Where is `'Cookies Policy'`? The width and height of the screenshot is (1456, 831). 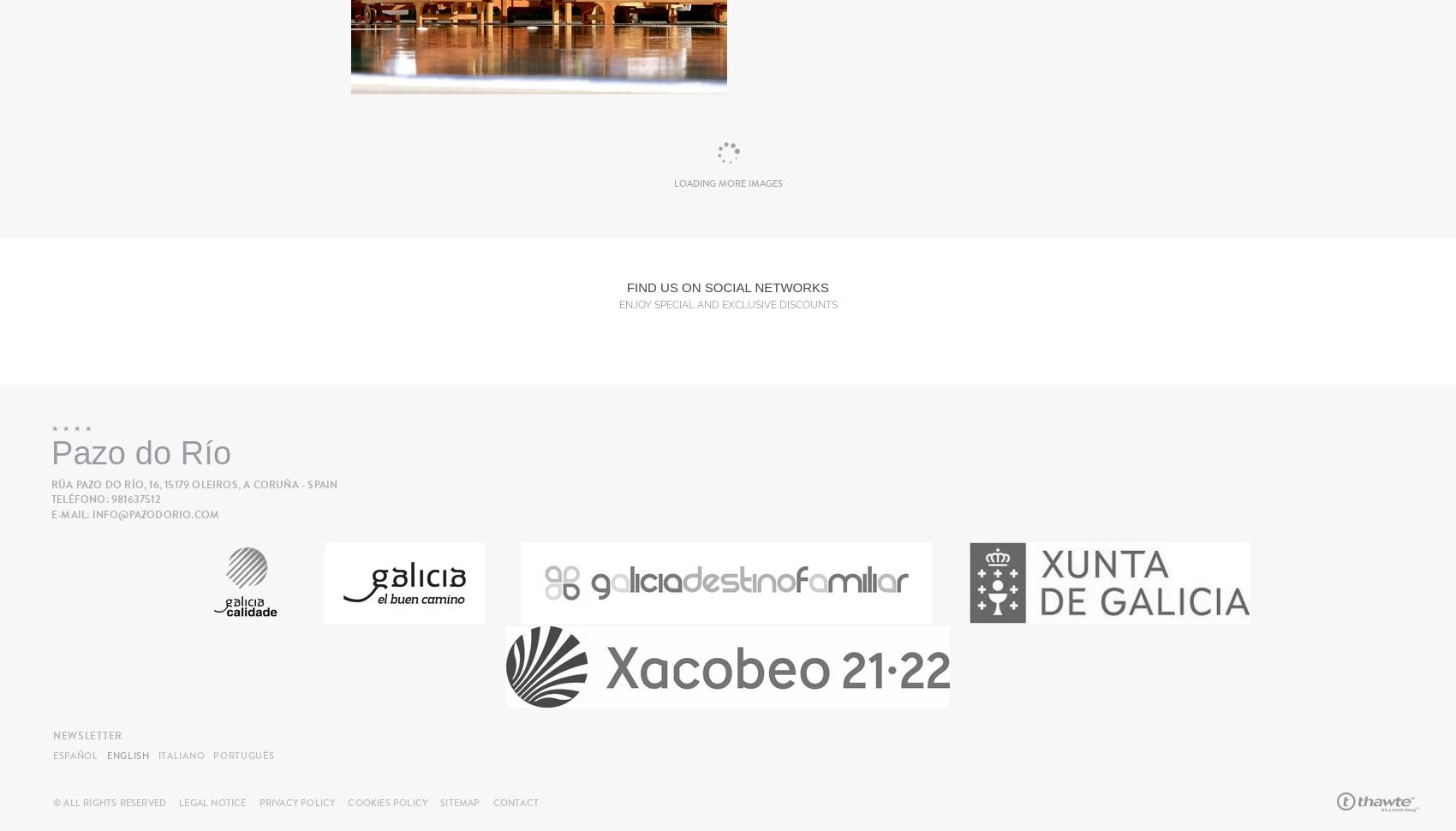 'Cookies Policy' is located at coordinates (346, 801).